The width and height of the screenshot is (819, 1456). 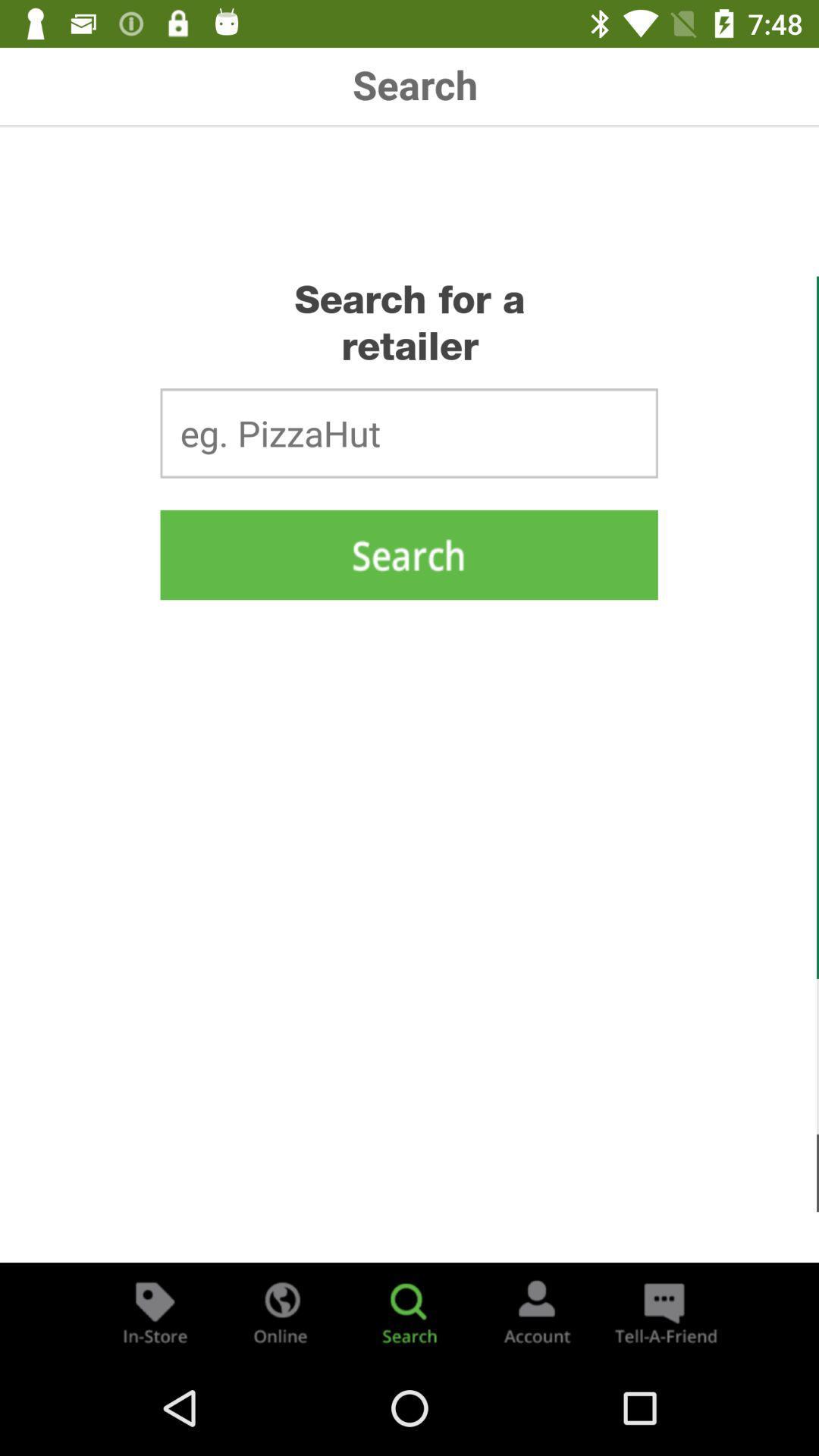 I want to click on store button, so click(x=155, y=1310).